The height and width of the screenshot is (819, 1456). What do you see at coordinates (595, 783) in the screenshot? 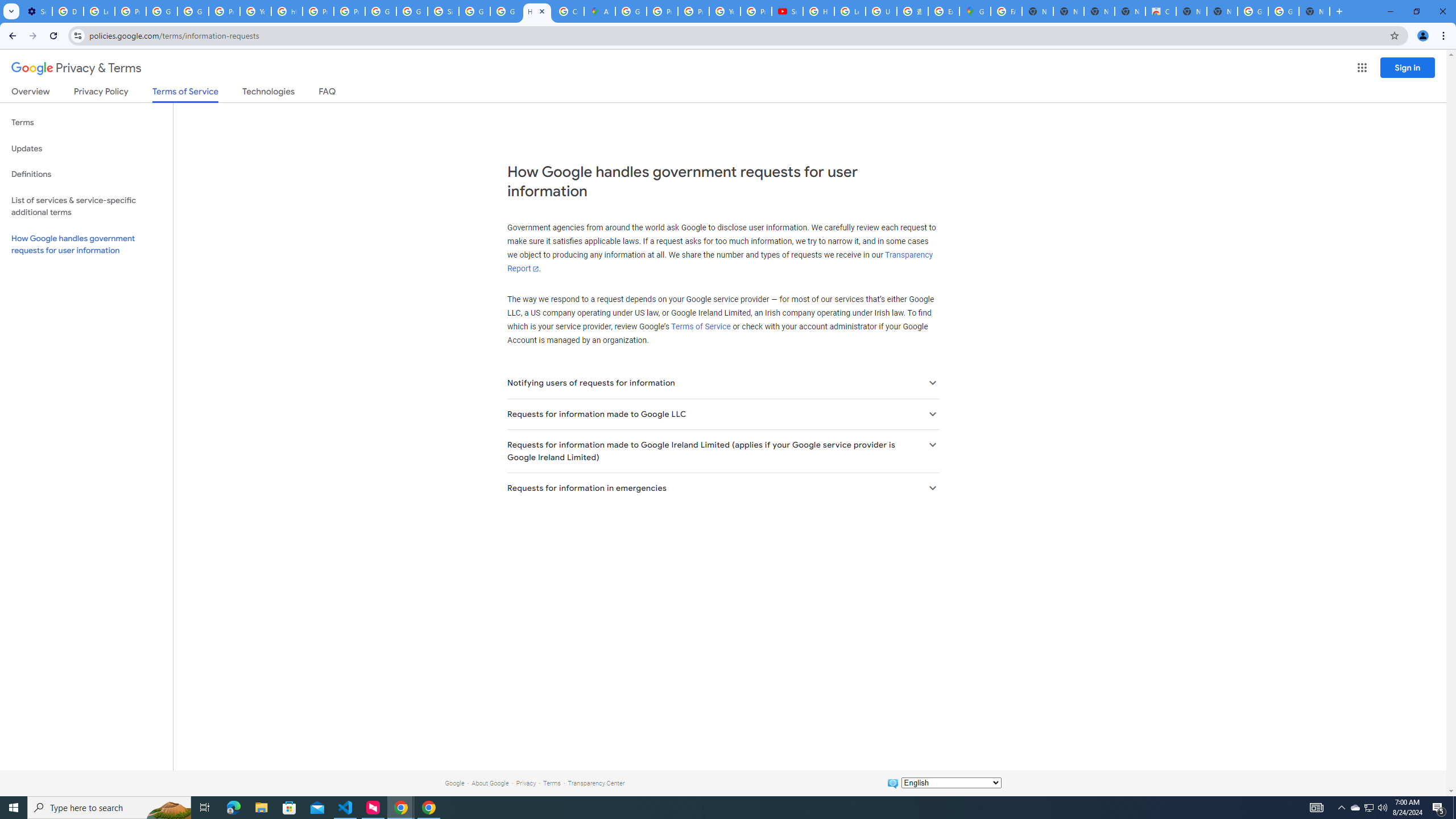
I see `'Transparency Center'` at bounding box center [595, 783].